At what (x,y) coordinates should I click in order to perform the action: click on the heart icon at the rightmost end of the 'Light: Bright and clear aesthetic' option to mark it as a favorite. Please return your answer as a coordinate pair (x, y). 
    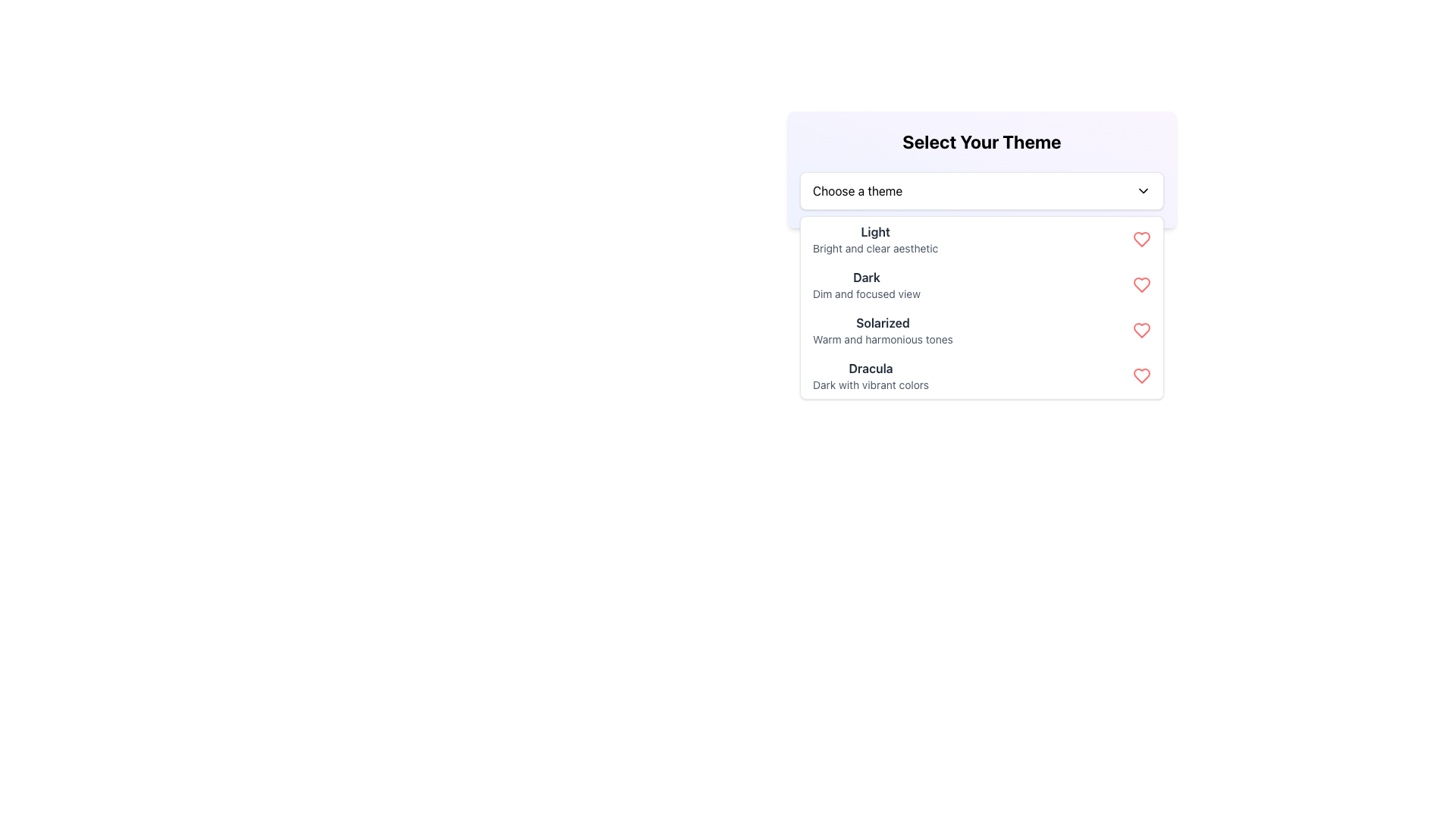
    Looking at the image, I should click on (1142, 239).